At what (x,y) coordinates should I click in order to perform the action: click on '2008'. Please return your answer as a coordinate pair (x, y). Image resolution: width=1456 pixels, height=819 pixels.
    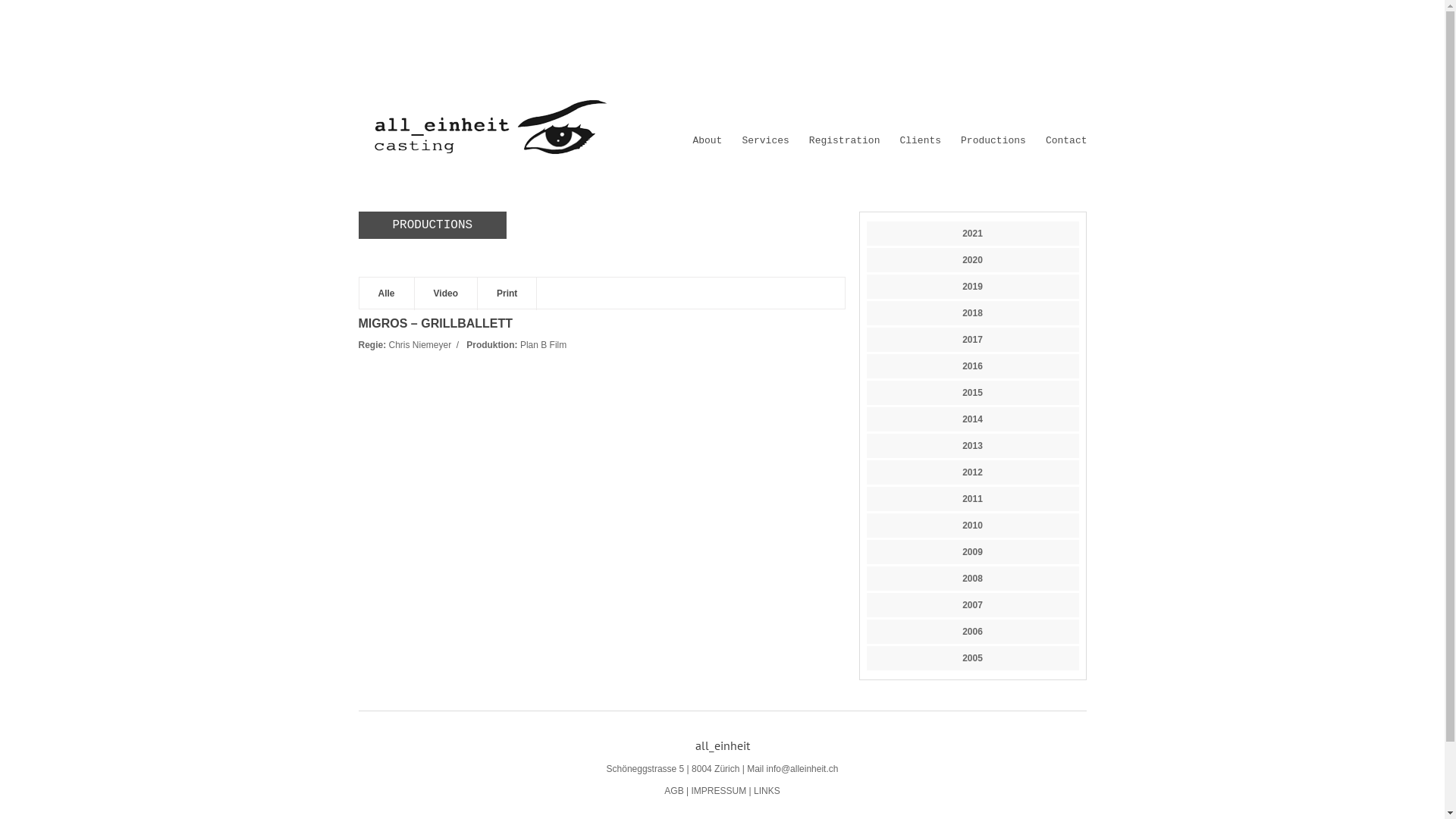
    Looking at the image, I should click on (866, 579).